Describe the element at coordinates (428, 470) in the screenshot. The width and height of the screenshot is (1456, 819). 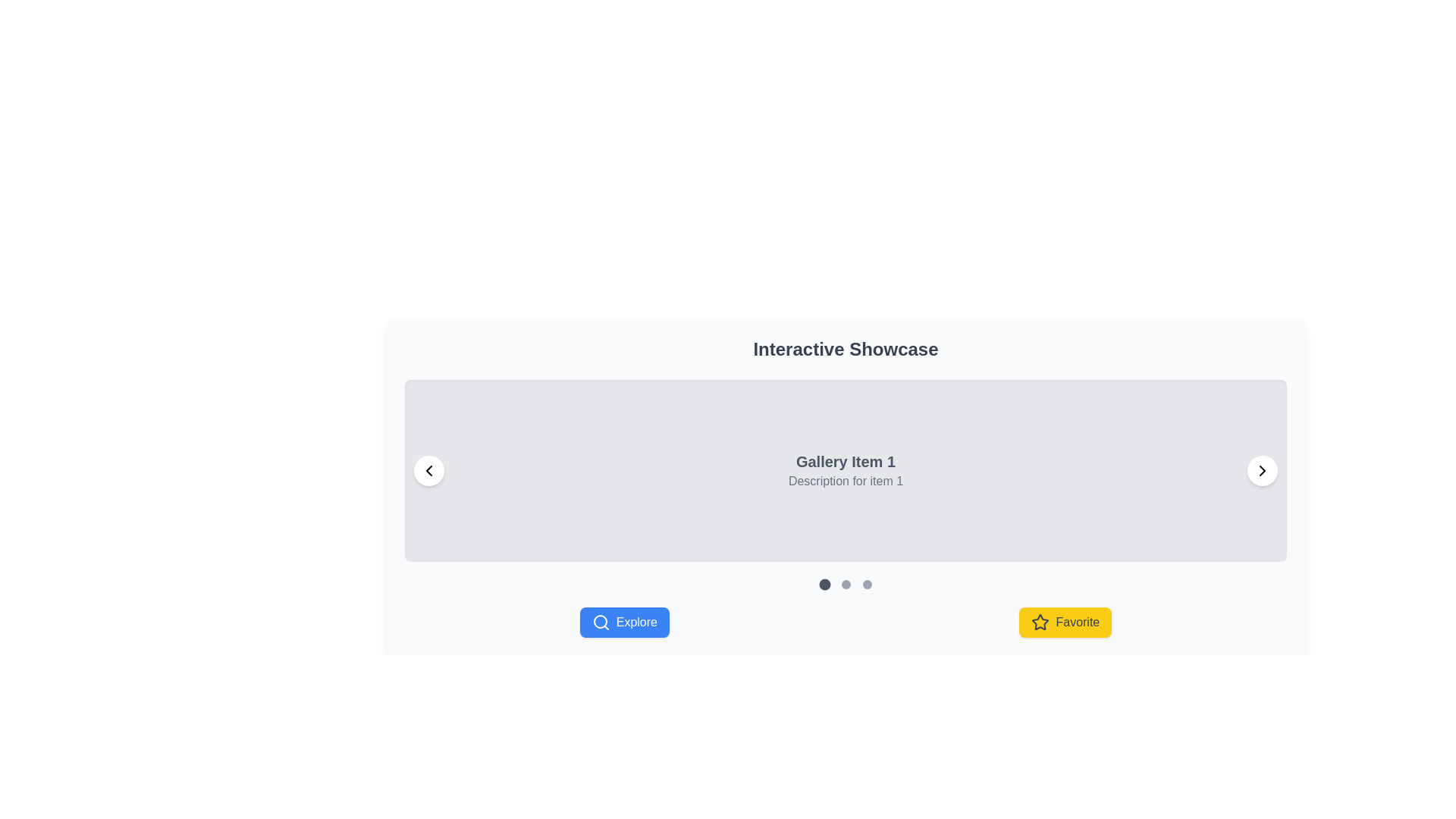
I see `the circular button with a left-pointing chevron icon, located on the left side of the gallery panel for keyboard navigation` at that location.